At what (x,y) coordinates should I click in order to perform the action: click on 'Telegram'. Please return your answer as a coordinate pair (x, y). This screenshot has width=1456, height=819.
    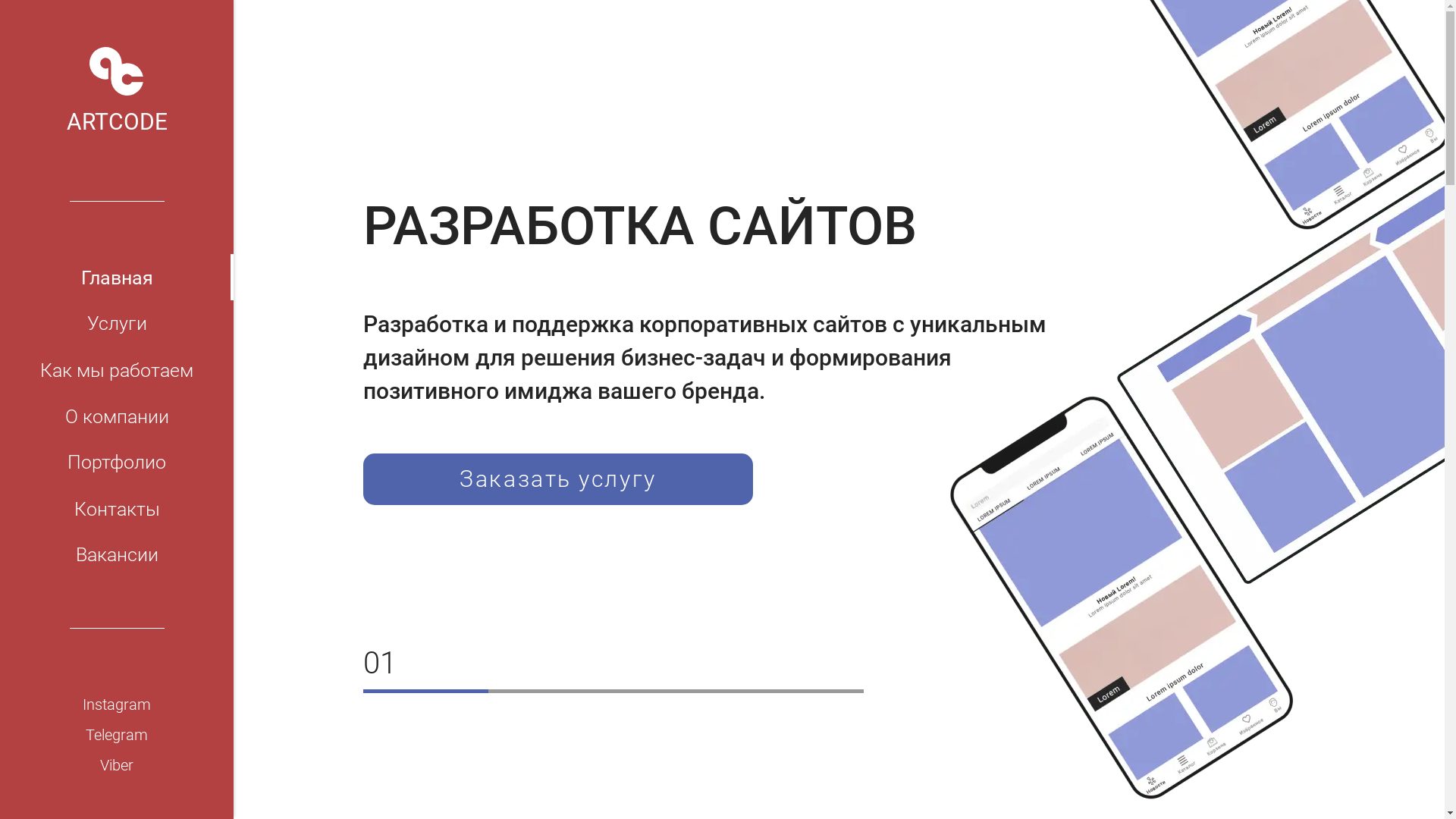
    Looking at the image, I should click on (115, 733).